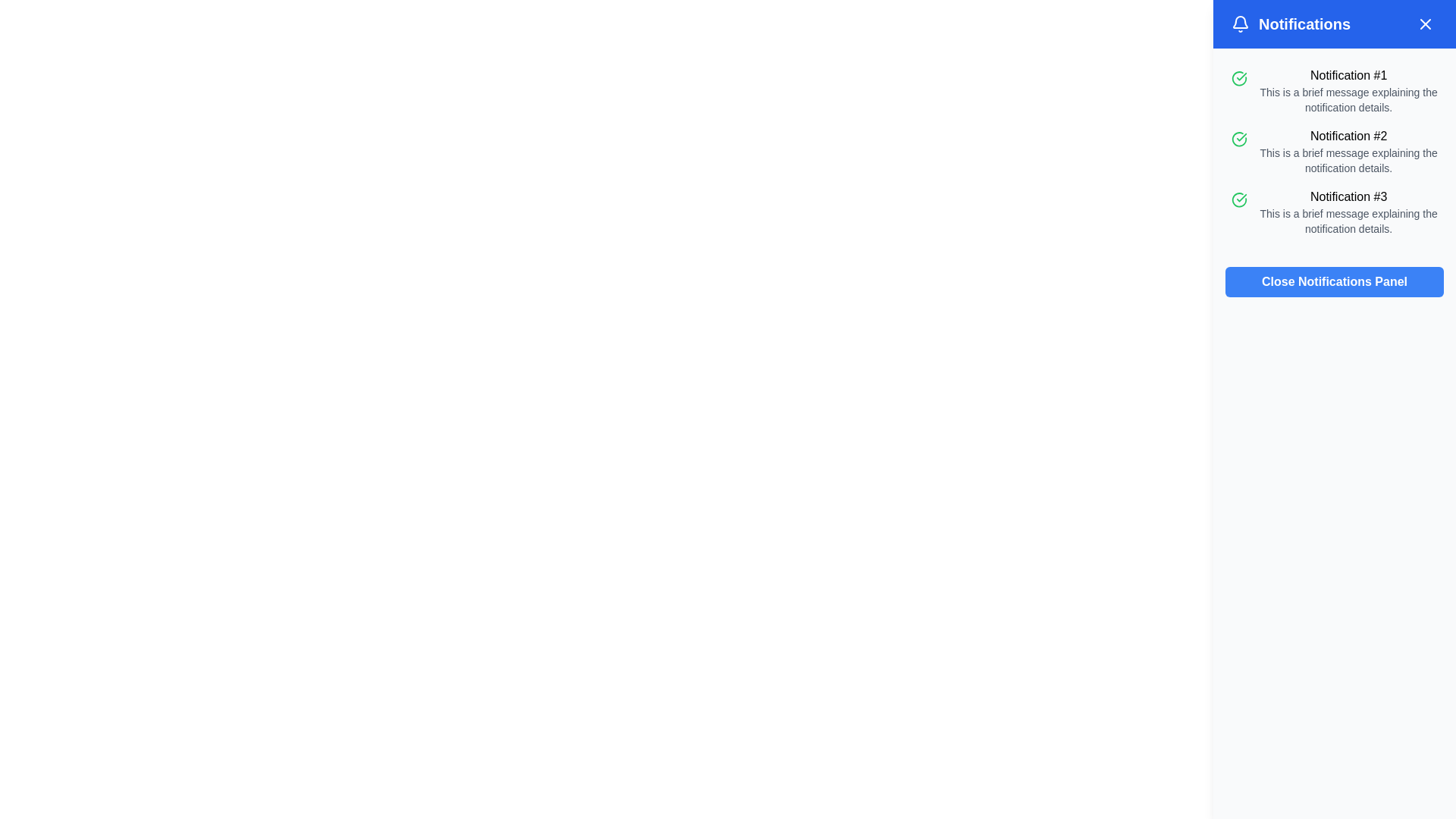 Image resolution: width=1456 pixels, height=819 pixels. I want to click on the small gray text message under 'Notification #1' in the notifications panel, so click(1348, 99).